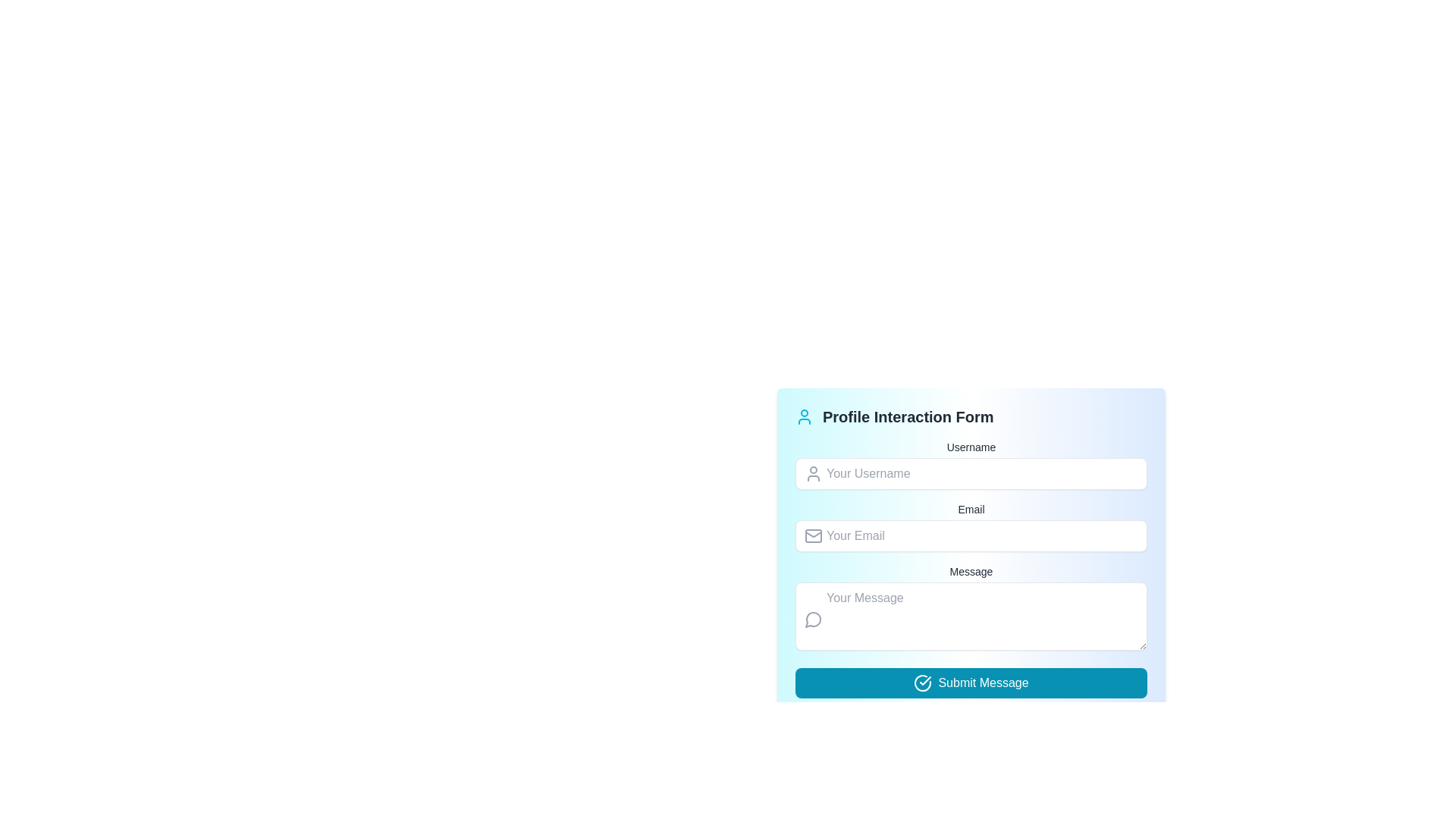 The width and height of the screenshot is (1456, 819). What do you see at coordinates (971, 509) in the screenshot?
I see `the 'Email' label which serves as an identifier for the email input field in the profile interaction form` at bounding box center [971, 509].